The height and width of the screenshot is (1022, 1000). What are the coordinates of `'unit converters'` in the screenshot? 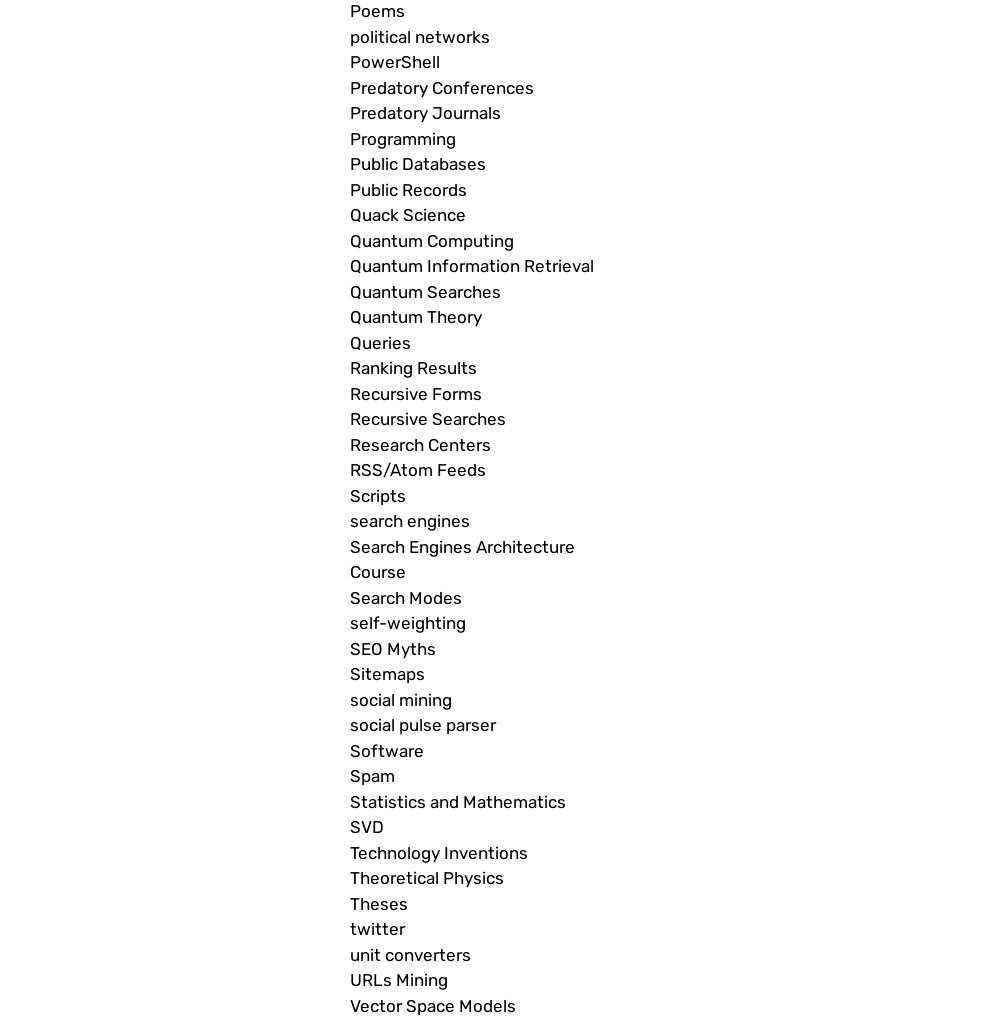 It's located at (349, 953).